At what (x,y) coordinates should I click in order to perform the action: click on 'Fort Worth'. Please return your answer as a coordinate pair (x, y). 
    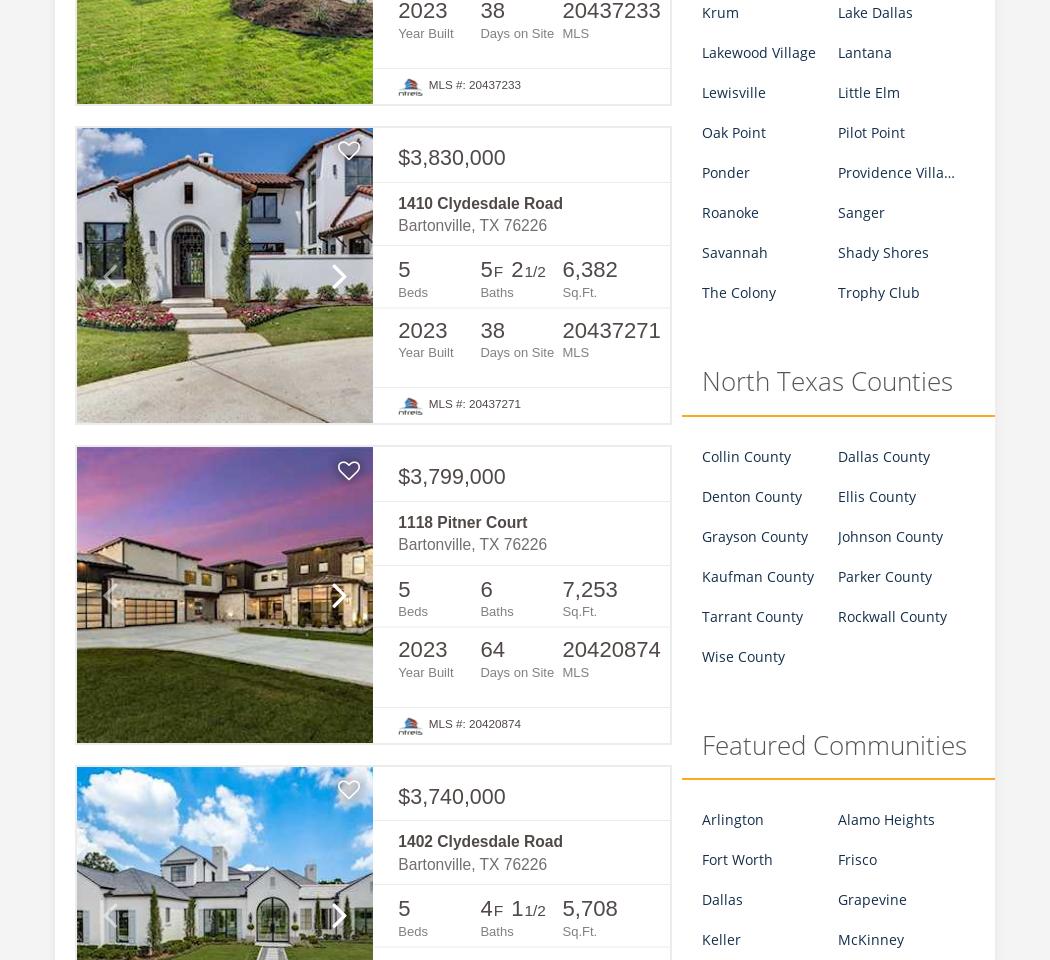
    Looking at the image, I should click on (735, 858).